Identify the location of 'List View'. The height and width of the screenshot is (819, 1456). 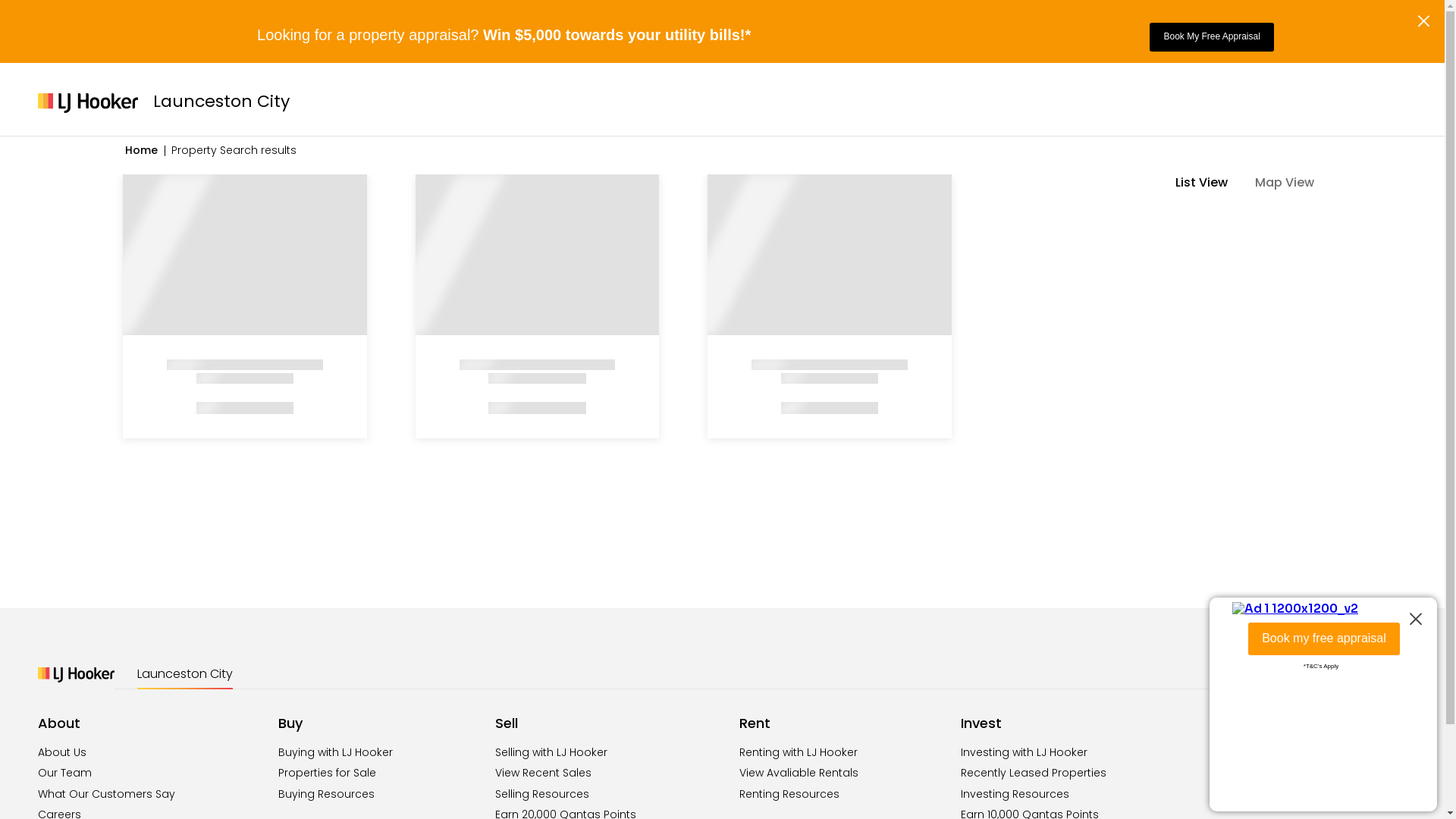
(1208, 181).